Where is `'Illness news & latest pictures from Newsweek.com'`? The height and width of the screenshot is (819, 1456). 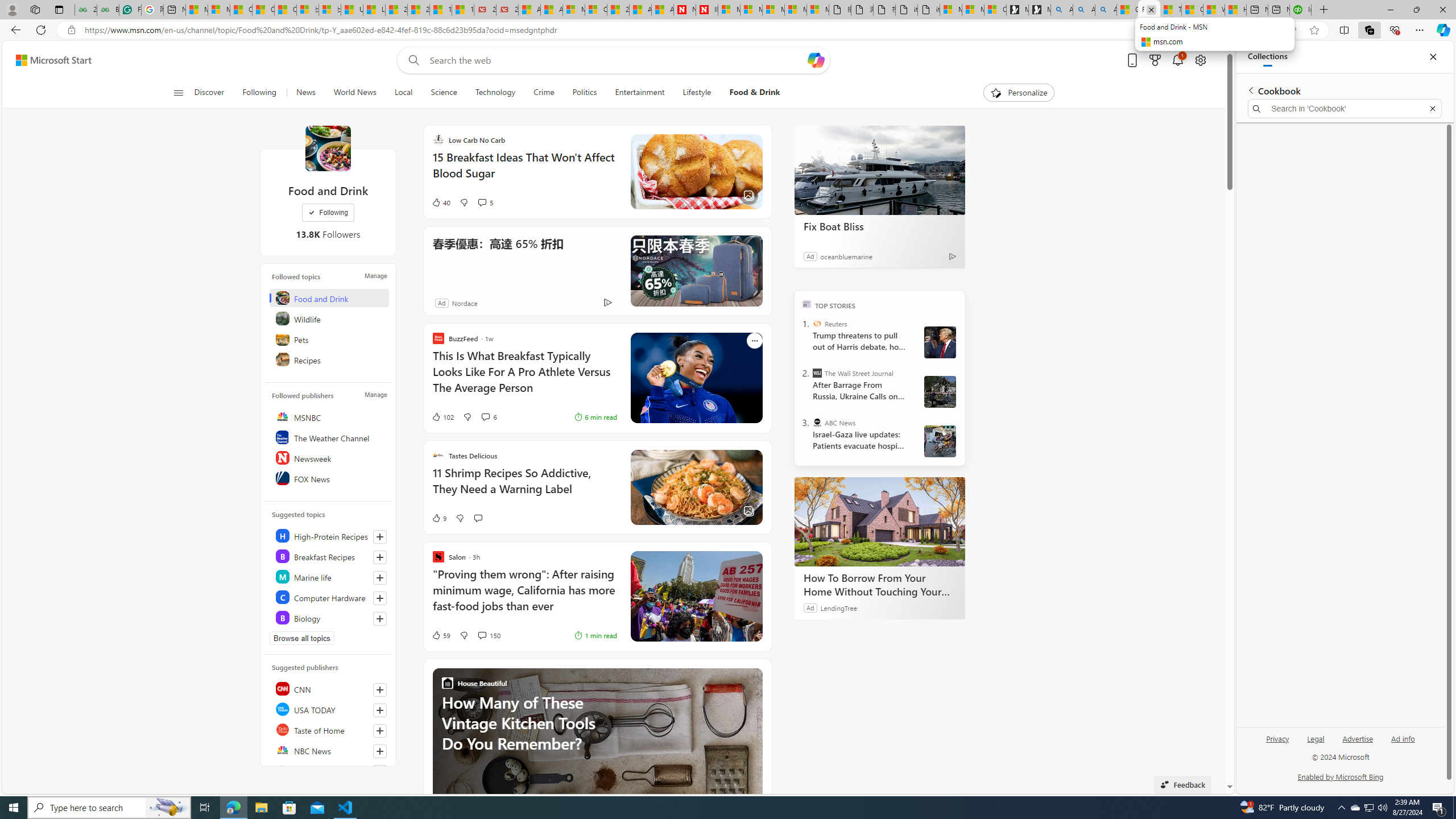 'Illness news & latest pictures from Newsweek.com' is located at coordinates (706, 9).